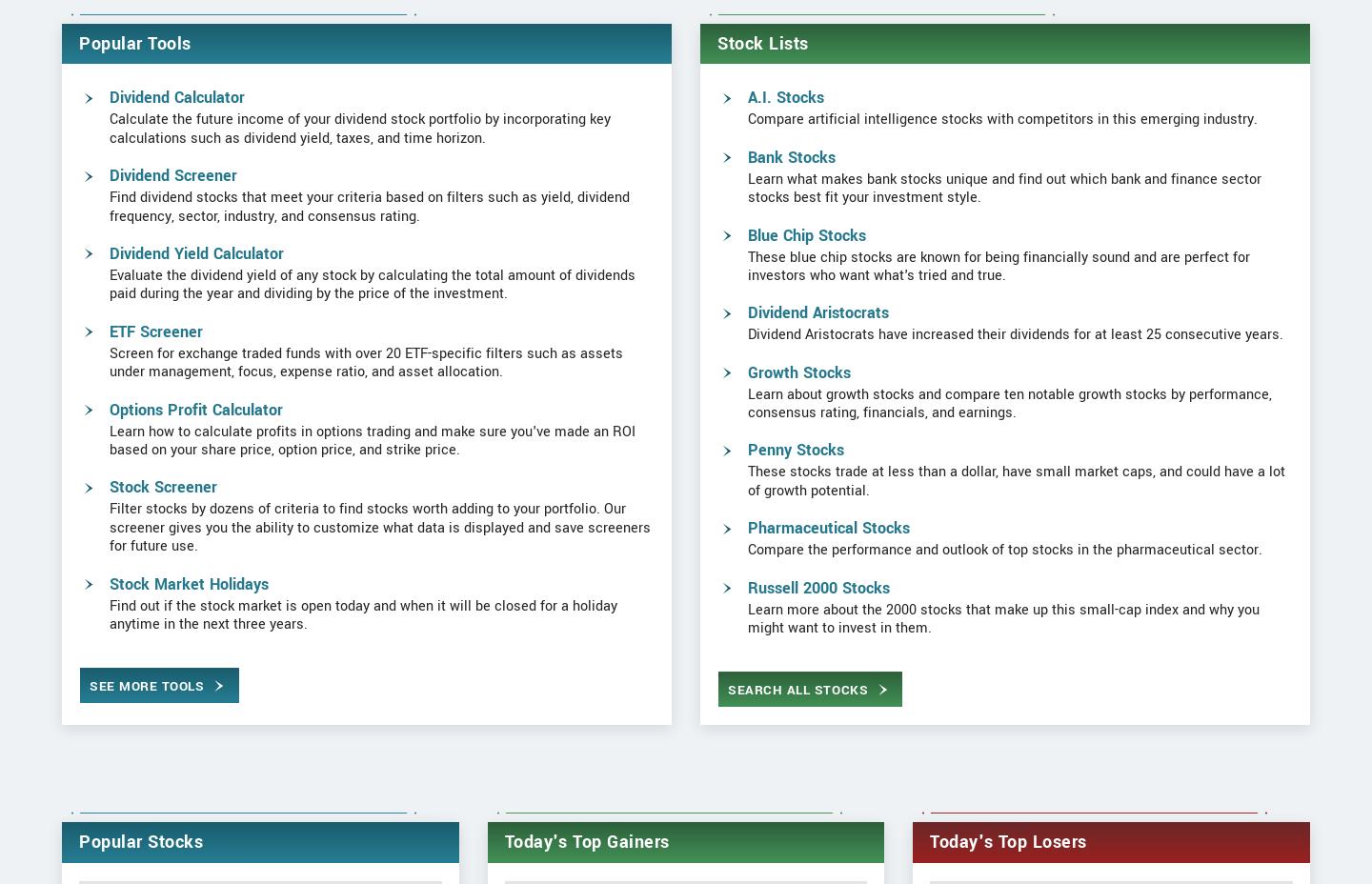 This screenshot has height=884, width=1372. Describe the element at coordinates (747, 590) in the screenshot. I see `'Pharmaceutical Stocks'` at that location.